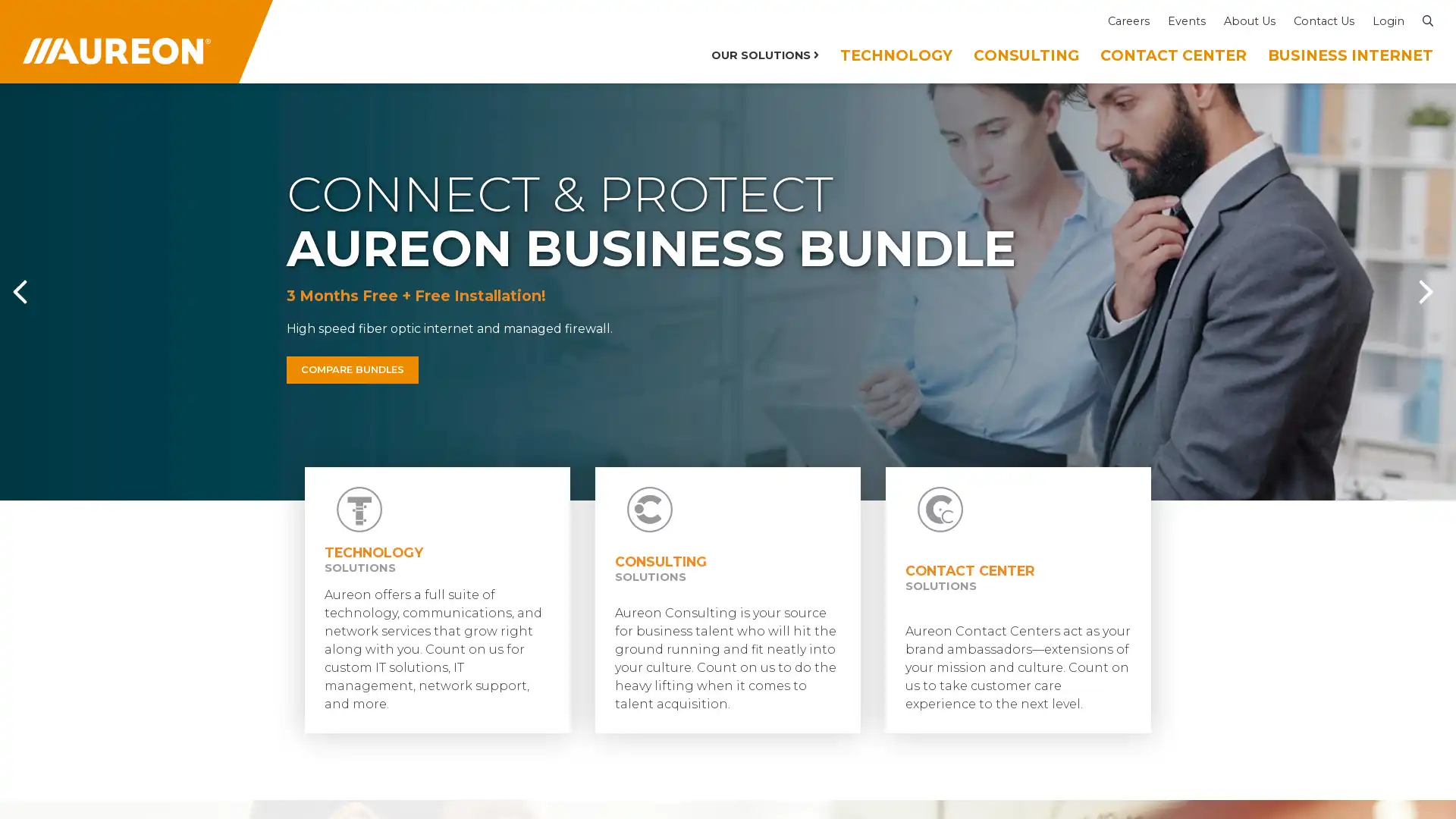 This screenshot has width=1456, height=819. What do you see at coordinates (1429, 292) in the screenshot?
I see `Next` at bounding box center [1429, 292].